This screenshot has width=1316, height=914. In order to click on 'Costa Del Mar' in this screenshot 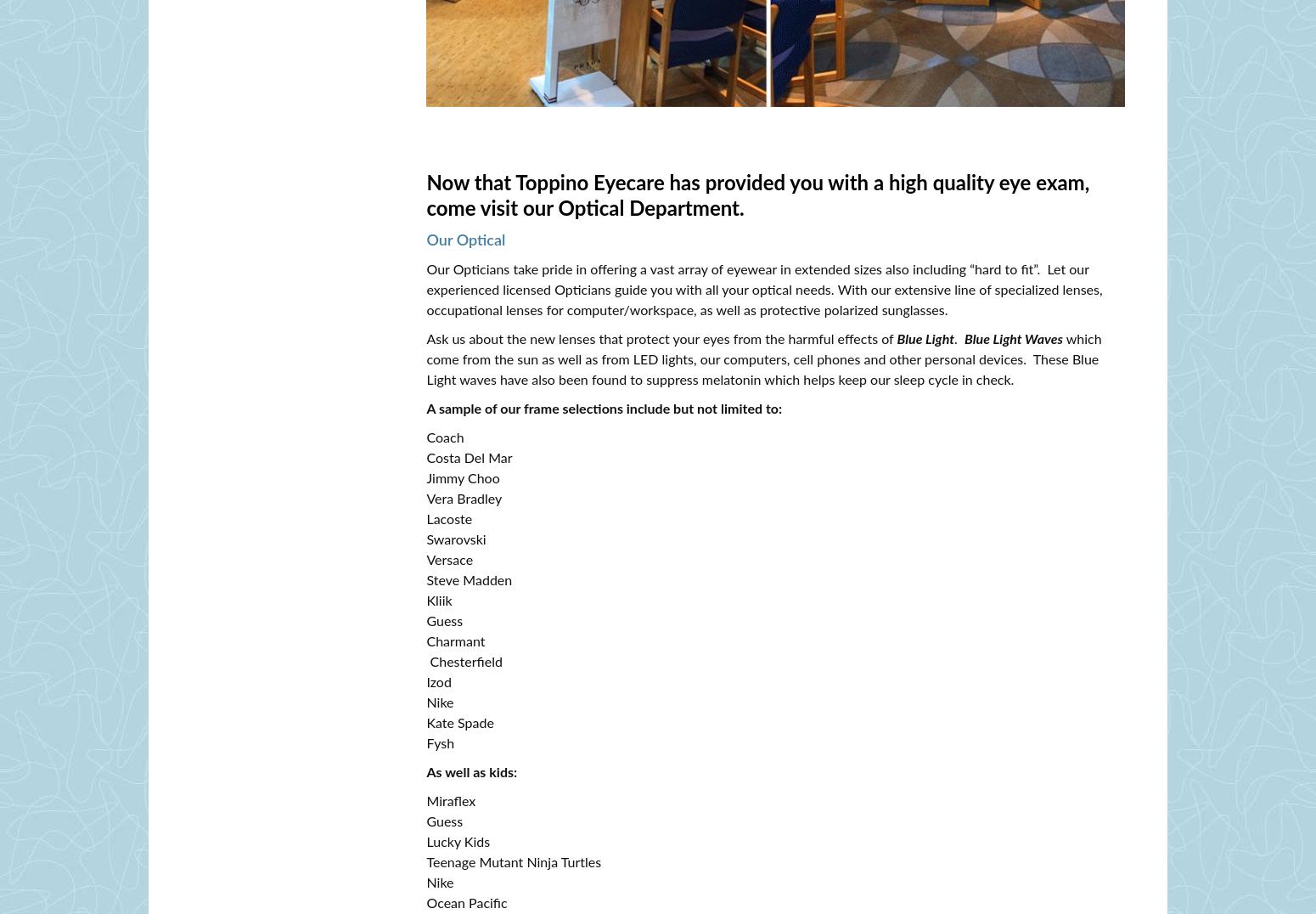, I will do `click(469, 458)`.